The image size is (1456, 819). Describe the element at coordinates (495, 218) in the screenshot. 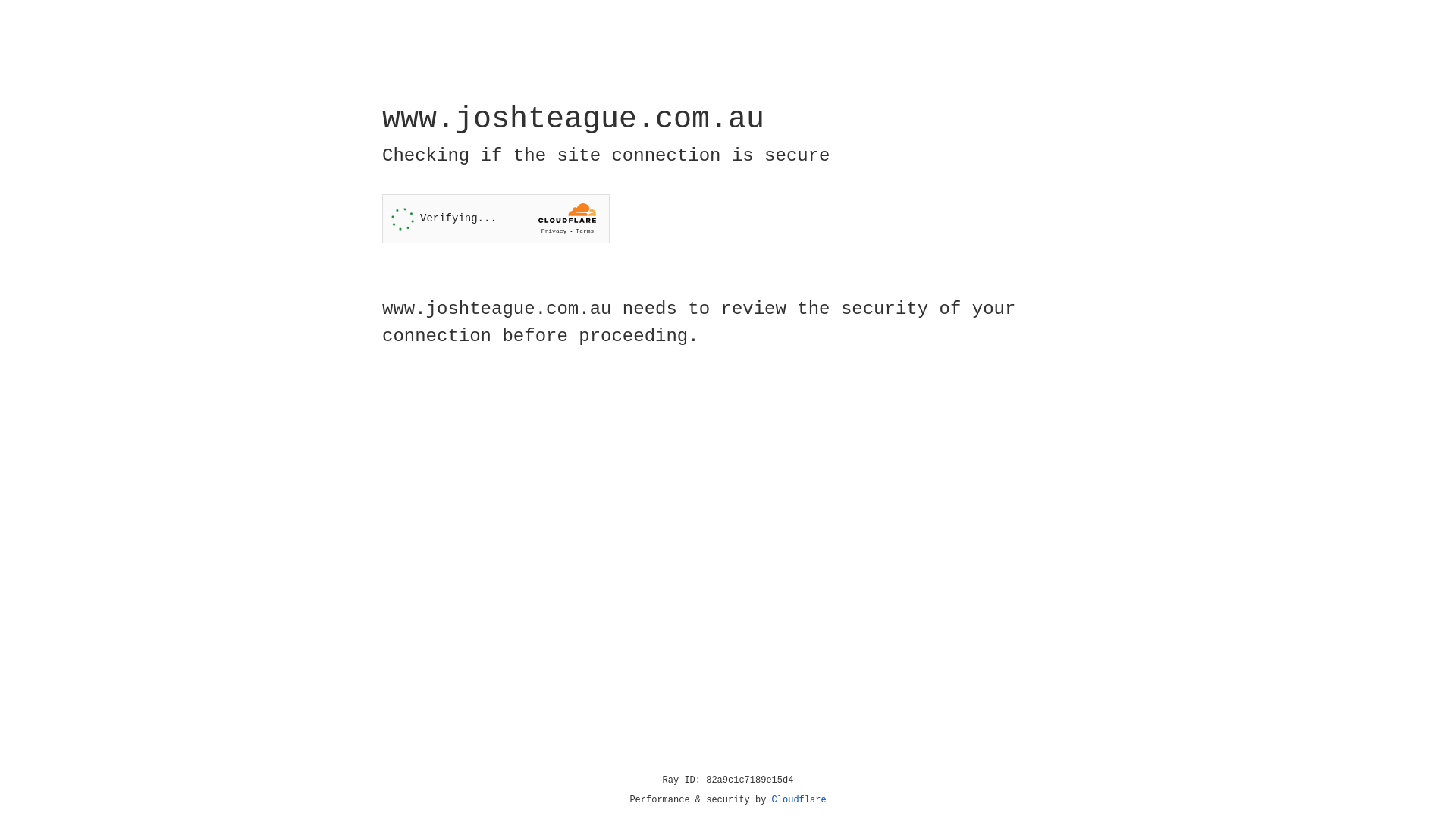

I see `'Widget containing a Cloudflare security challenge'` at that location.